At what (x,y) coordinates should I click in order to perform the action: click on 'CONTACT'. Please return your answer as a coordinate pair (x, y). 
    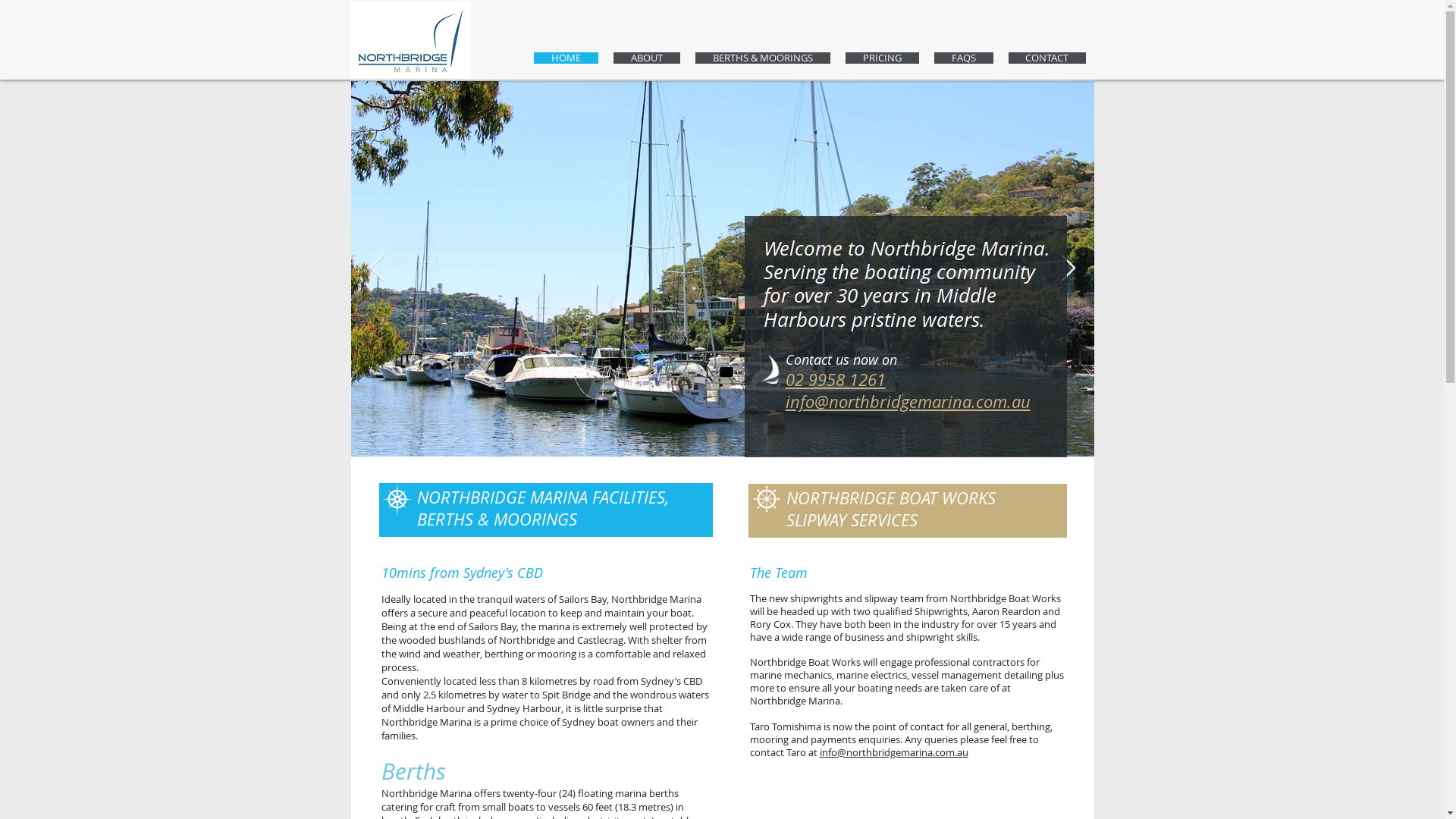
    Looking at the image, I should click on (1008, 57).